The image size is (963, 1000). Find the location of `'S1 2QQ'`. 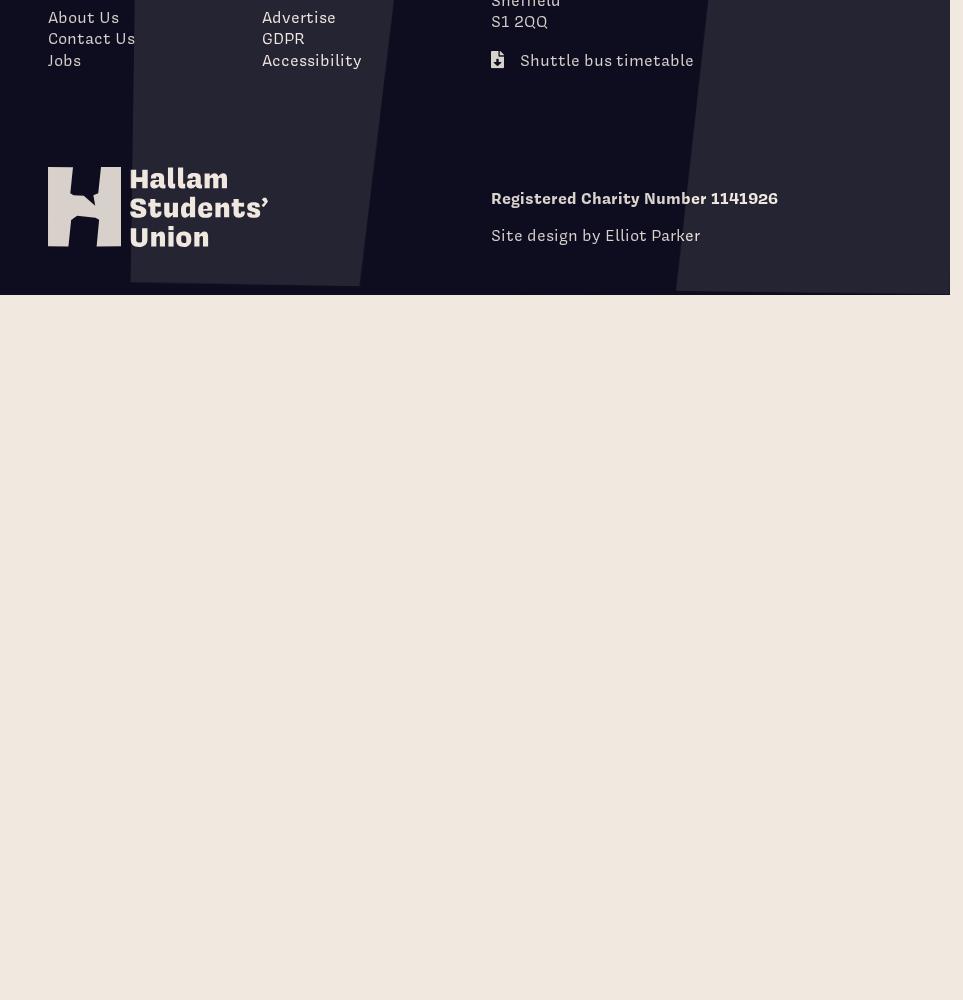

'S1 2QQ' is located at coordinates (519, 21).